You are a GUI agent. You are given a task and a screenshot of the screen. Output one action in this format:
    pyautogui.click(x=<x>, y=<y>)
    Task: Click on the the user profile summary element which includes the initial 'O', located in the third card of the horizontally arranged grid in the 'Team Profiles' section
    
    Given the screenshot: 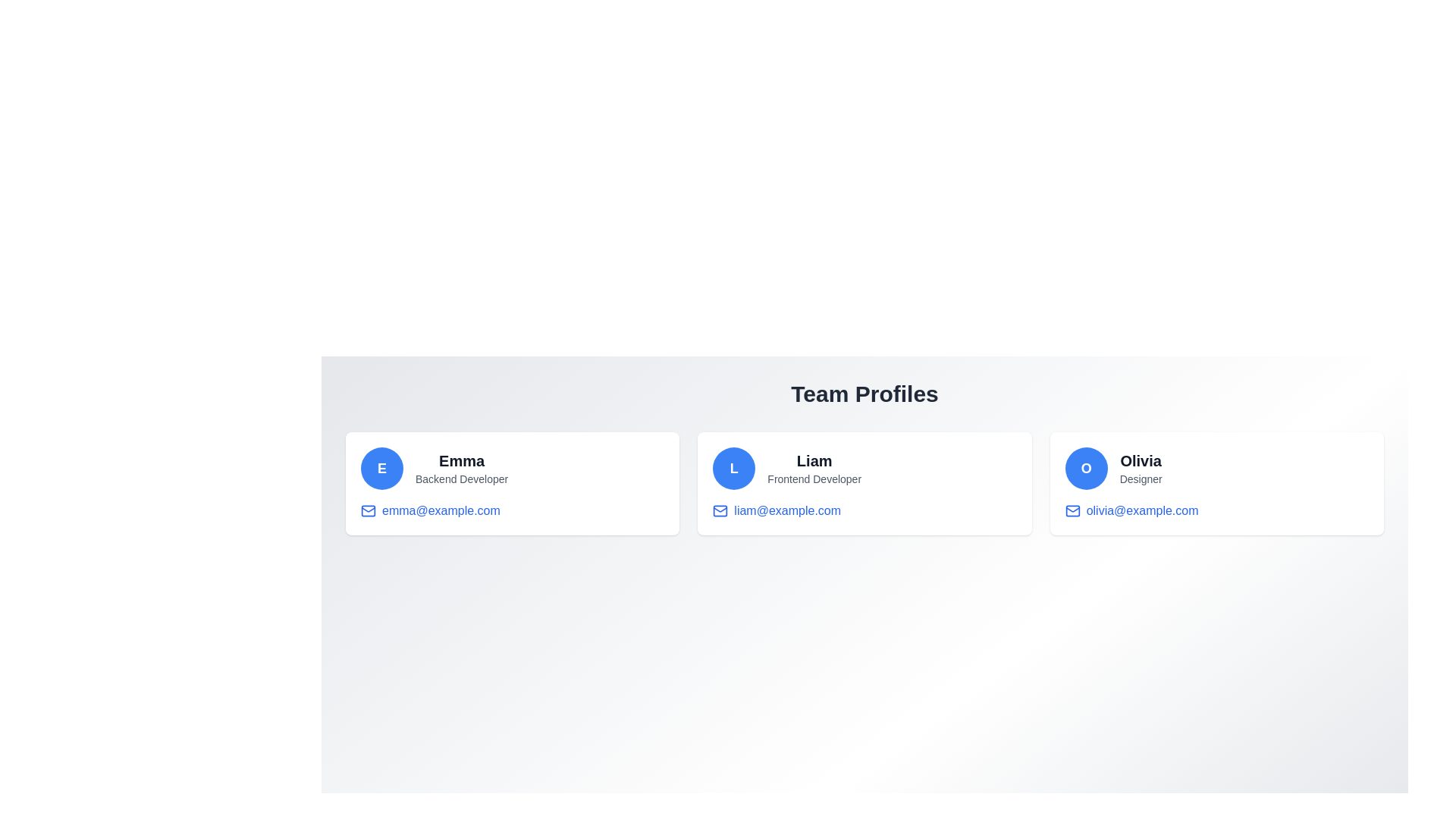 What is the action you would take?
    pyautogui.click(x=1216, y=467)
    